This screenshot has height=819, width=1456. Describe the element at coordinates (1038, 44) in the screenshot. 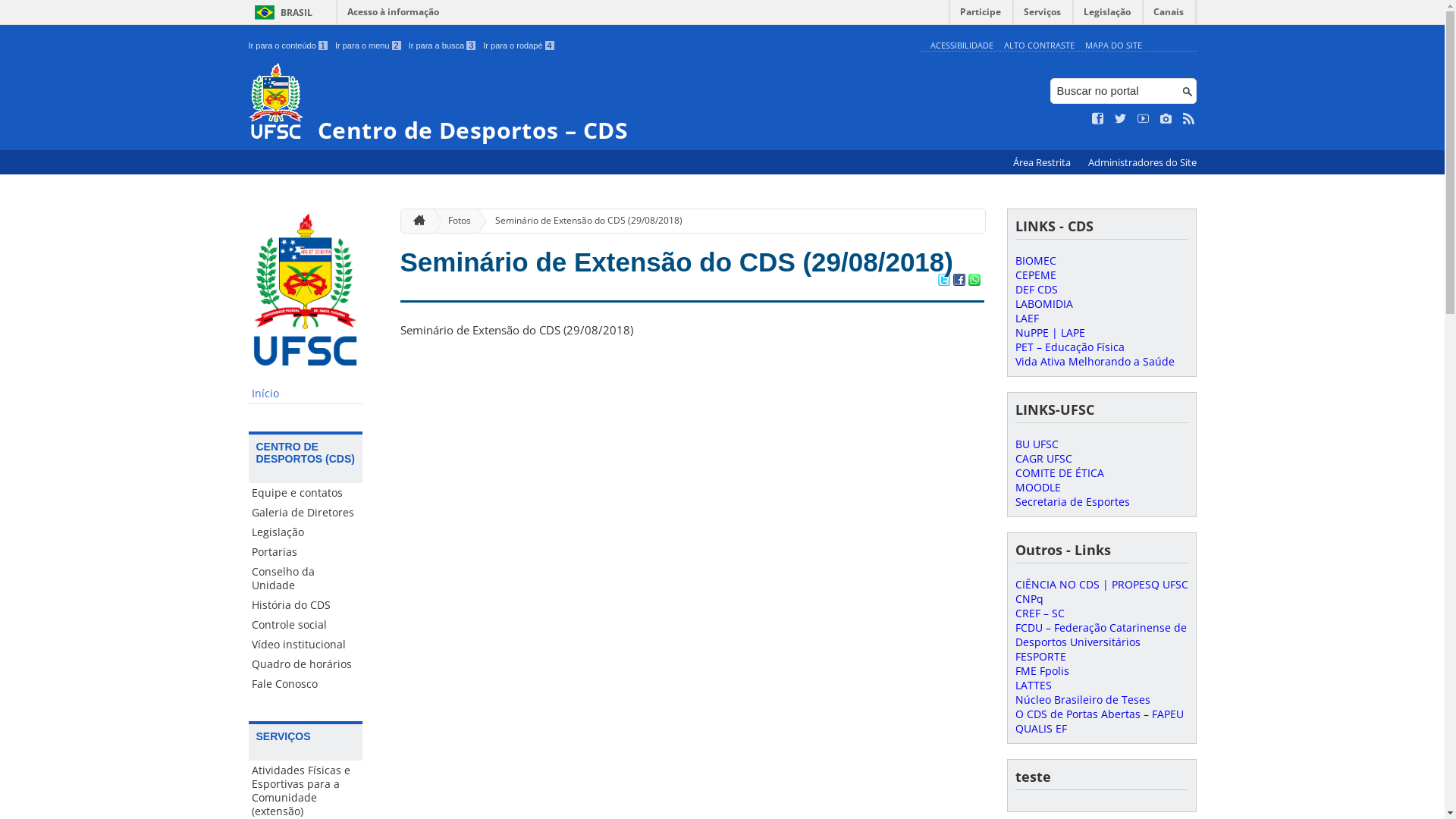

I see `'ALTO CONTRASTE'` at that location.